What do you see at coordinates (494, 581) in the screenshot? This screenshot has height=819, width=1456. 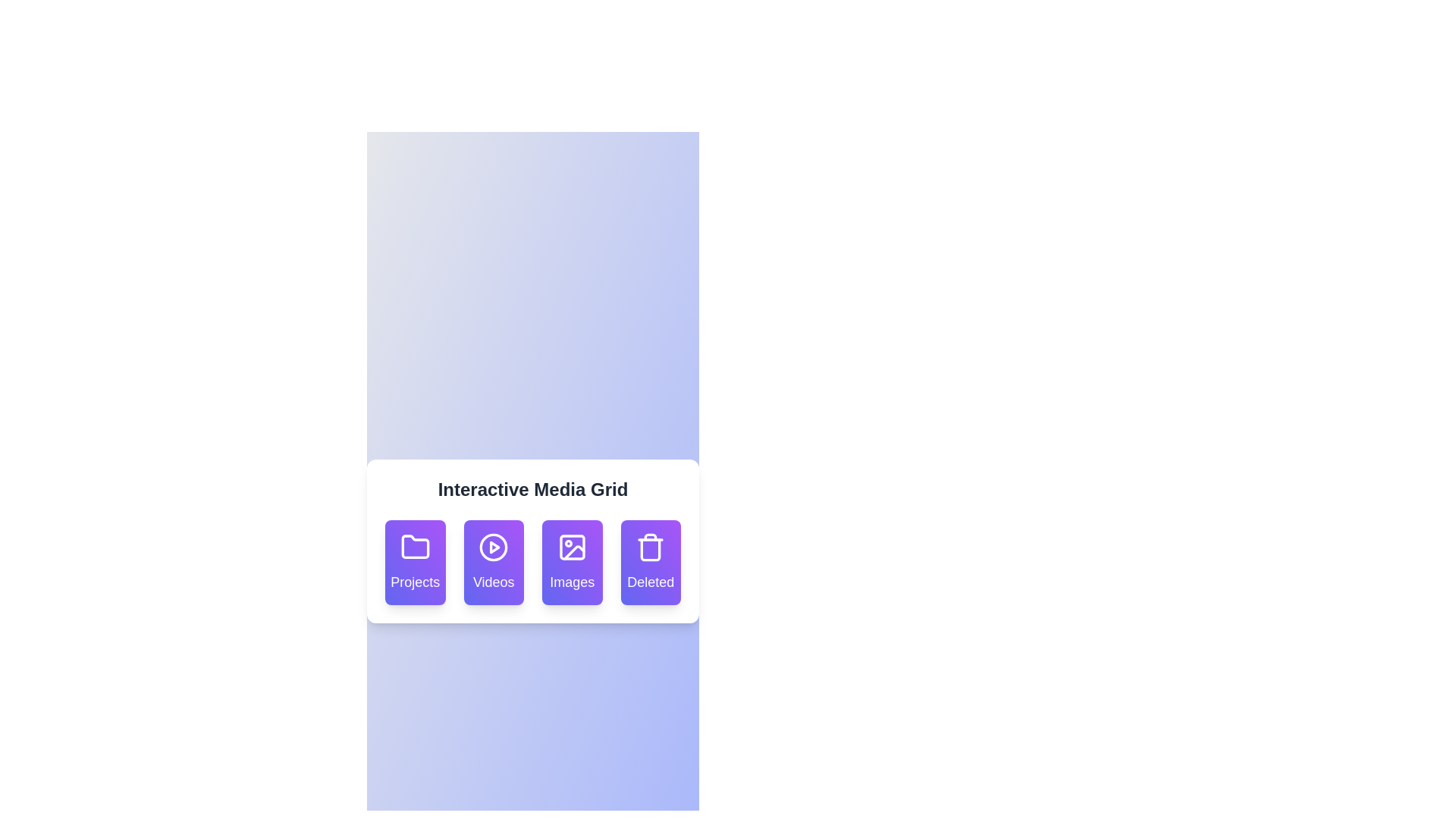 I see `text of the descriptive label located in the second card of the 'Interactive Media Grid' underneath the play icon` at bounding box center [494, 581].